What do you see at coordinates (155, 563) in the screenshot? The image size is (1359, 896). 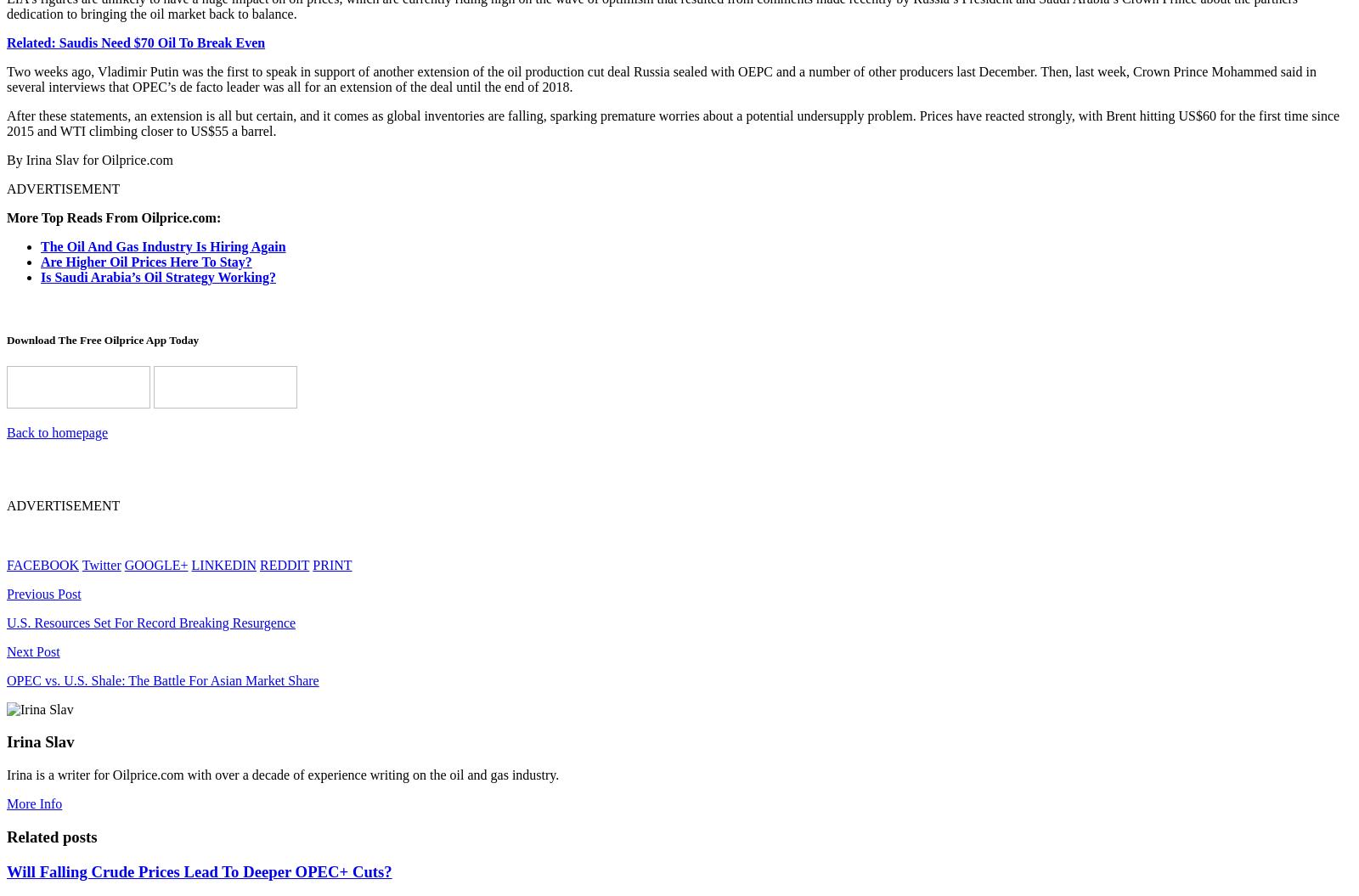 I see `'GOOGLE+'` at bounding box center [155, 563].